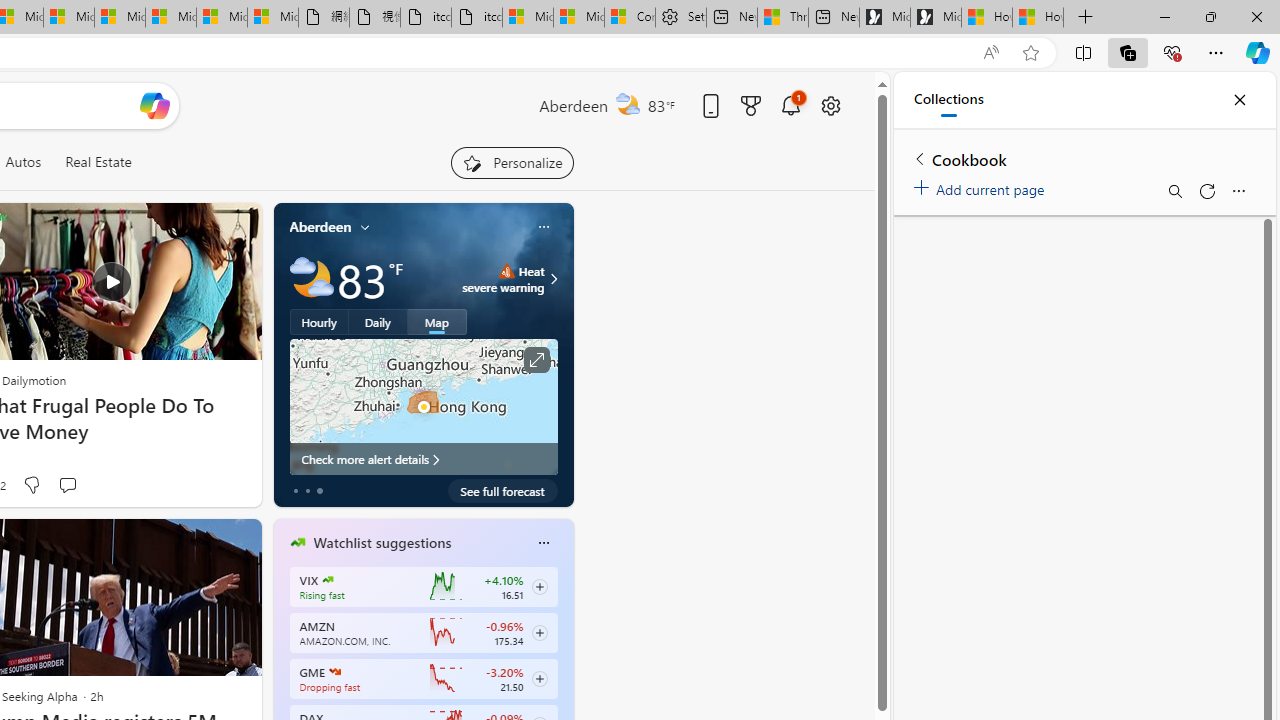 Image resolution: width=1280 pixels, height=720 pixels. Describe the element at coordinates (365, 226) in the screenshot. I see `'My location'` at that location.